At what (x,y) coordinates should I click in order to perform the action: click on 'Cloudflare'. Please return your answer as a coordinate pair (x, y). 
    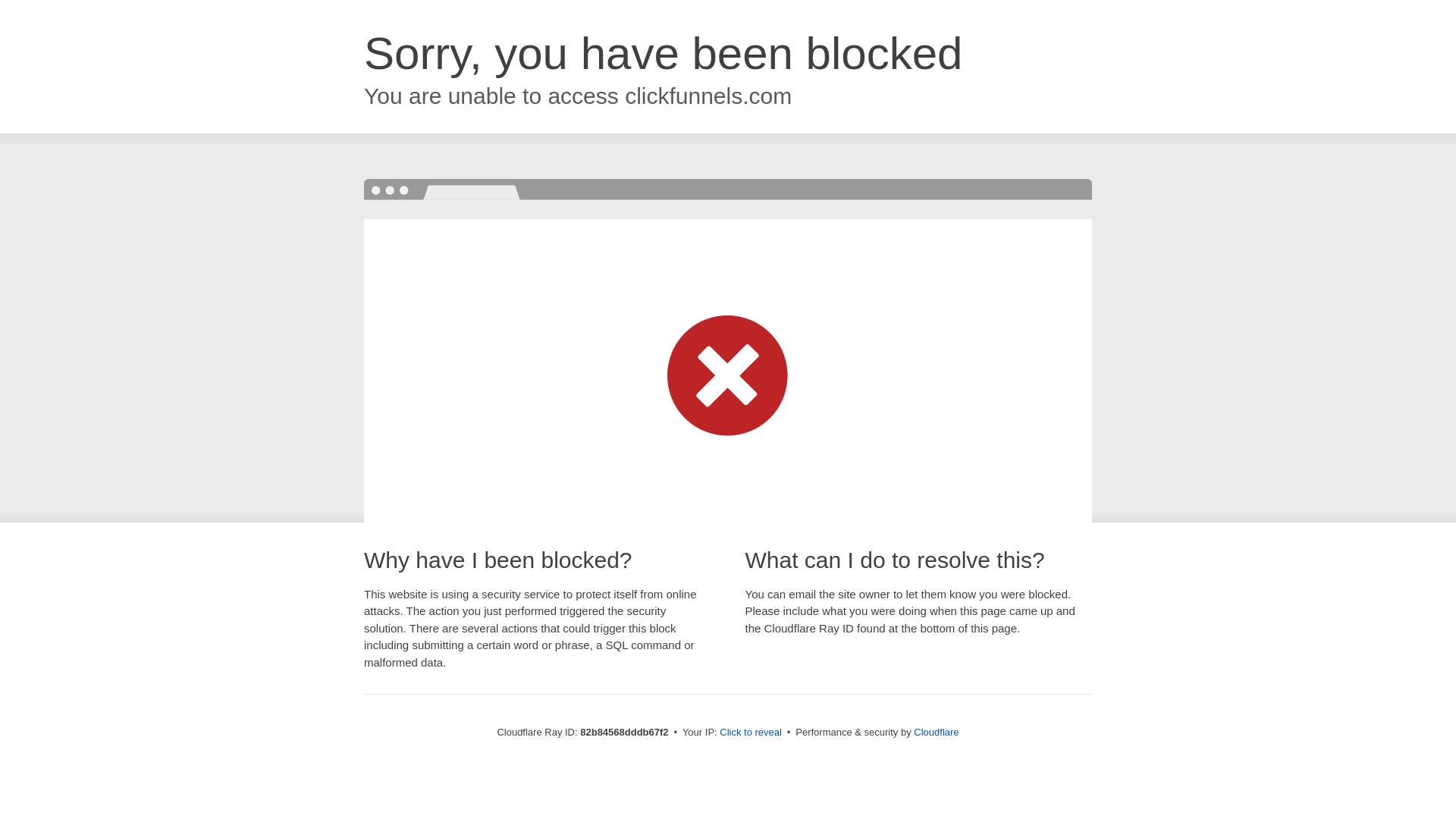
    Looking at the image, I should click on (935, 731).